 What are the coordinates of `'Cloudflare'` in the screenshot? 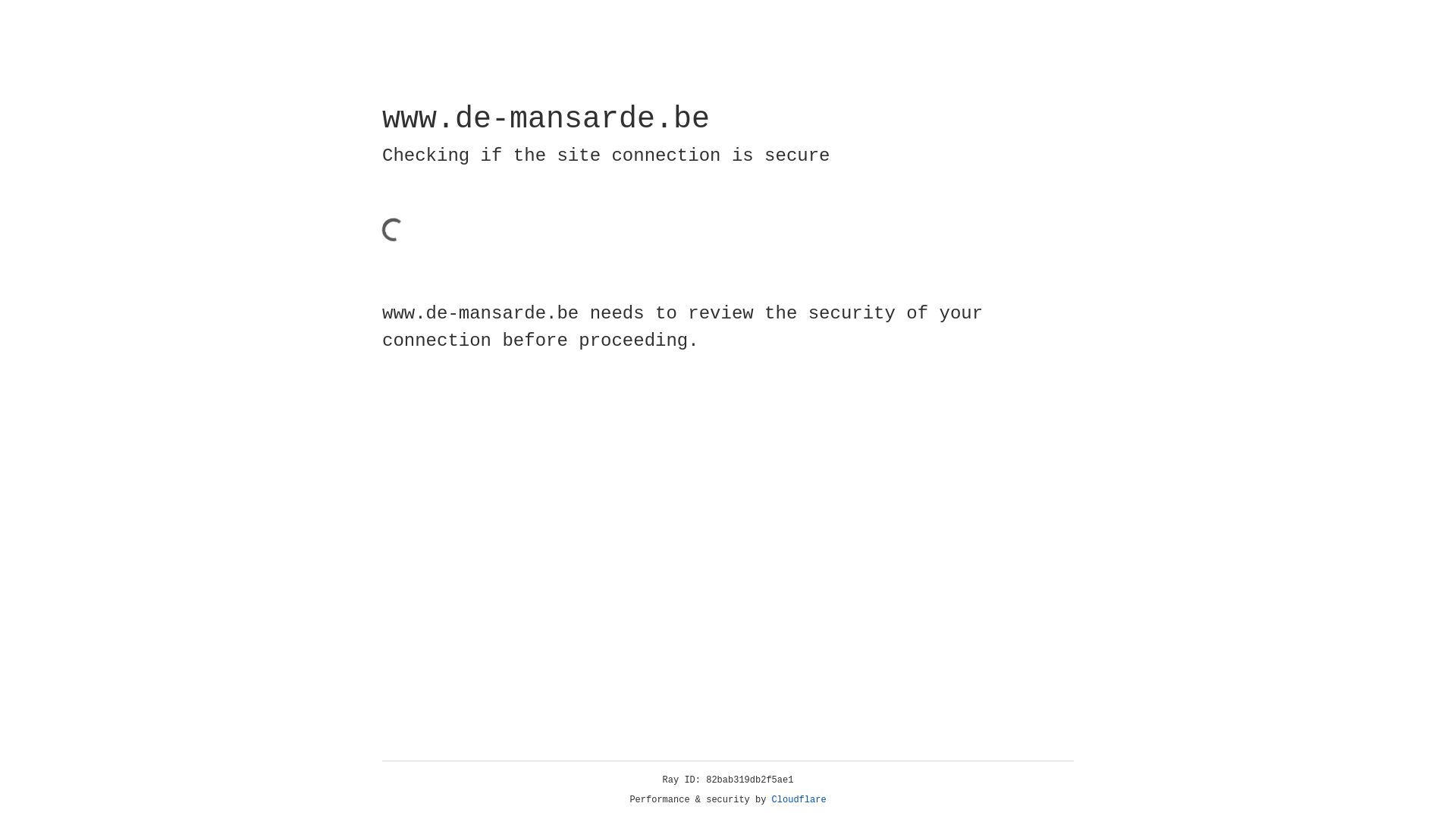 It's located at (799, 799).